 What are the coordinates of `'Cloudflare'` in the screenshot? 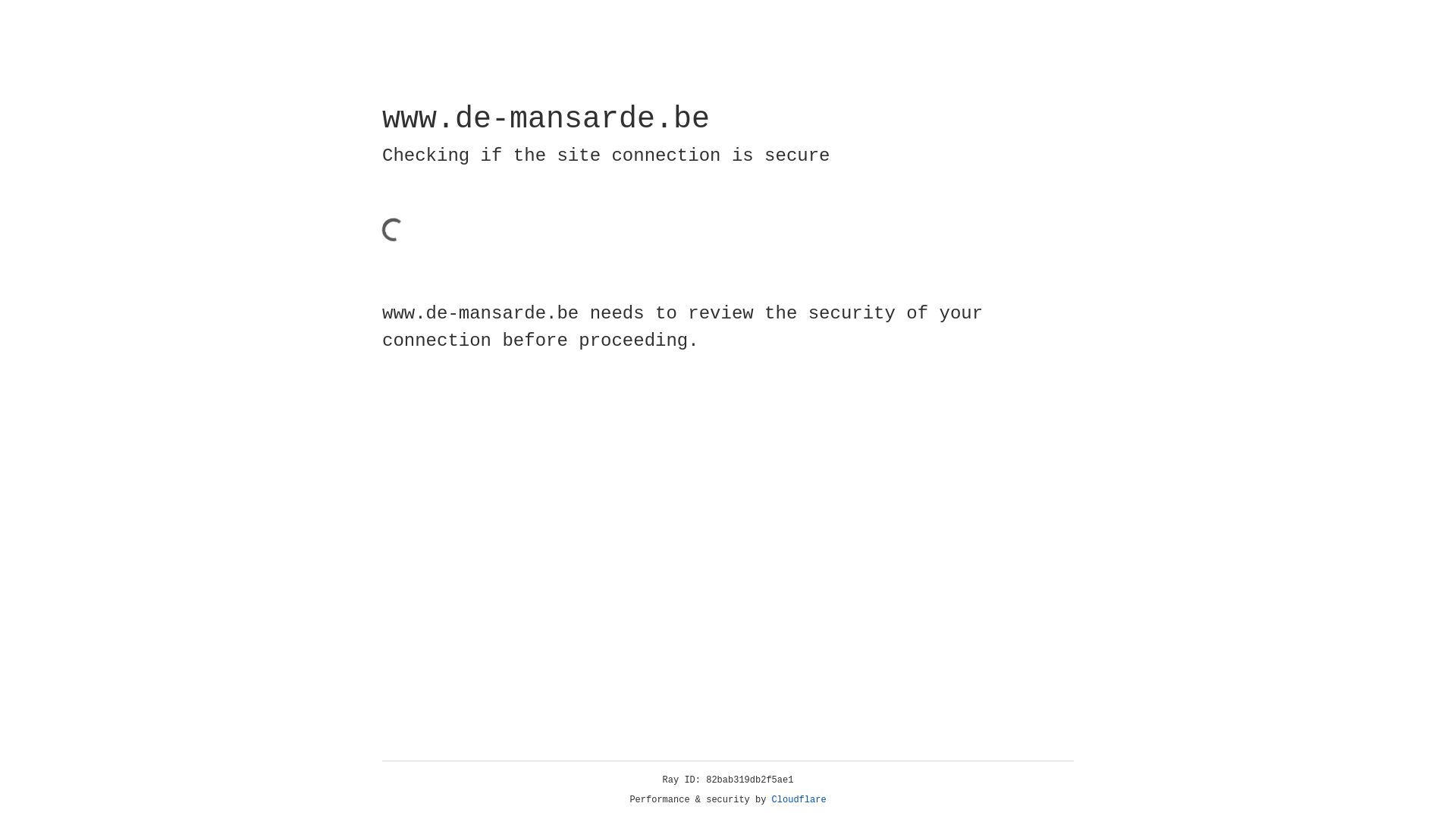 It's located at (799, 799).